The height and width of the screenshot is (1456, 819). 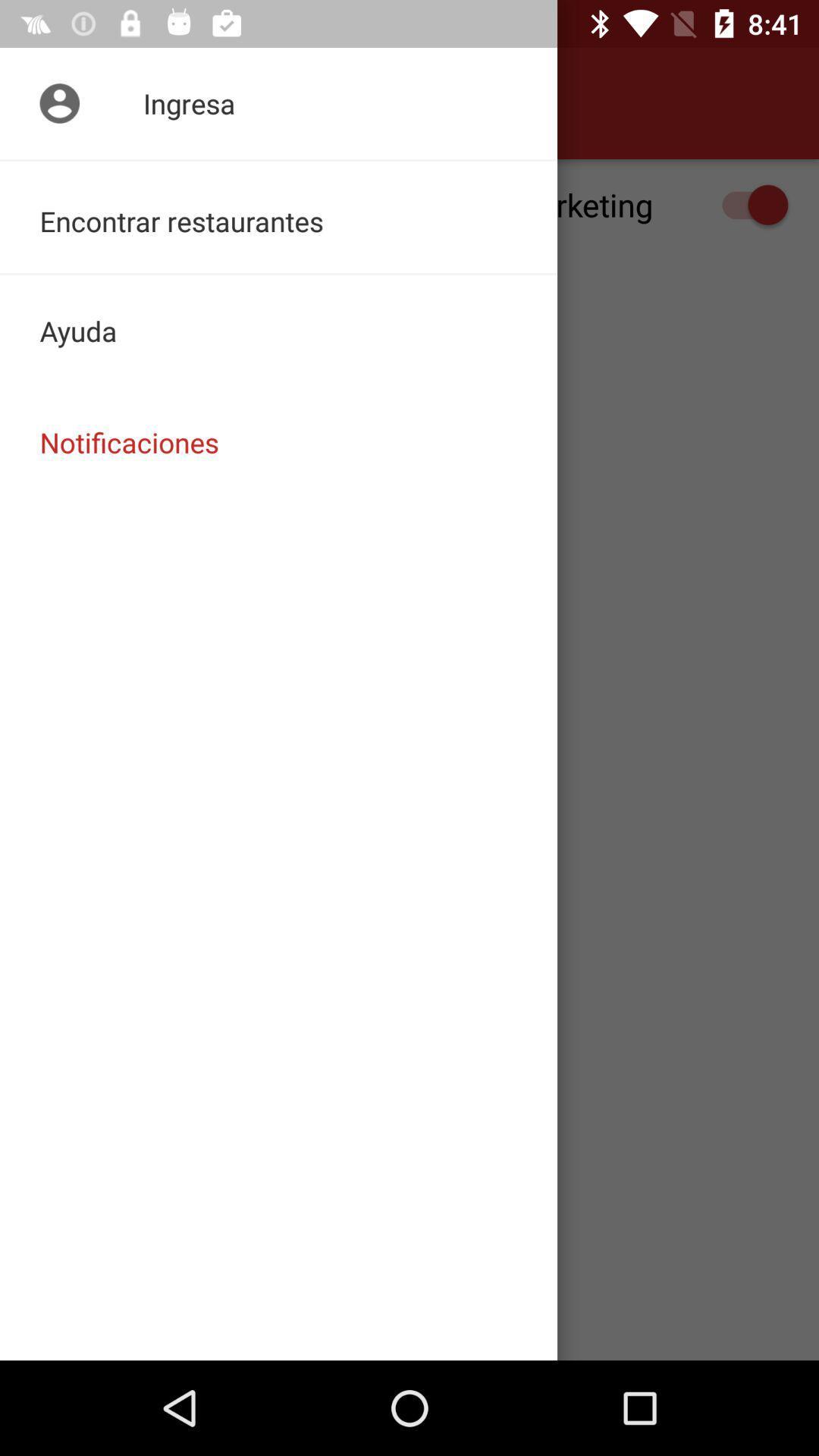 I want to click on the recibir notificaciones de icon, so click(x=409, y=203).